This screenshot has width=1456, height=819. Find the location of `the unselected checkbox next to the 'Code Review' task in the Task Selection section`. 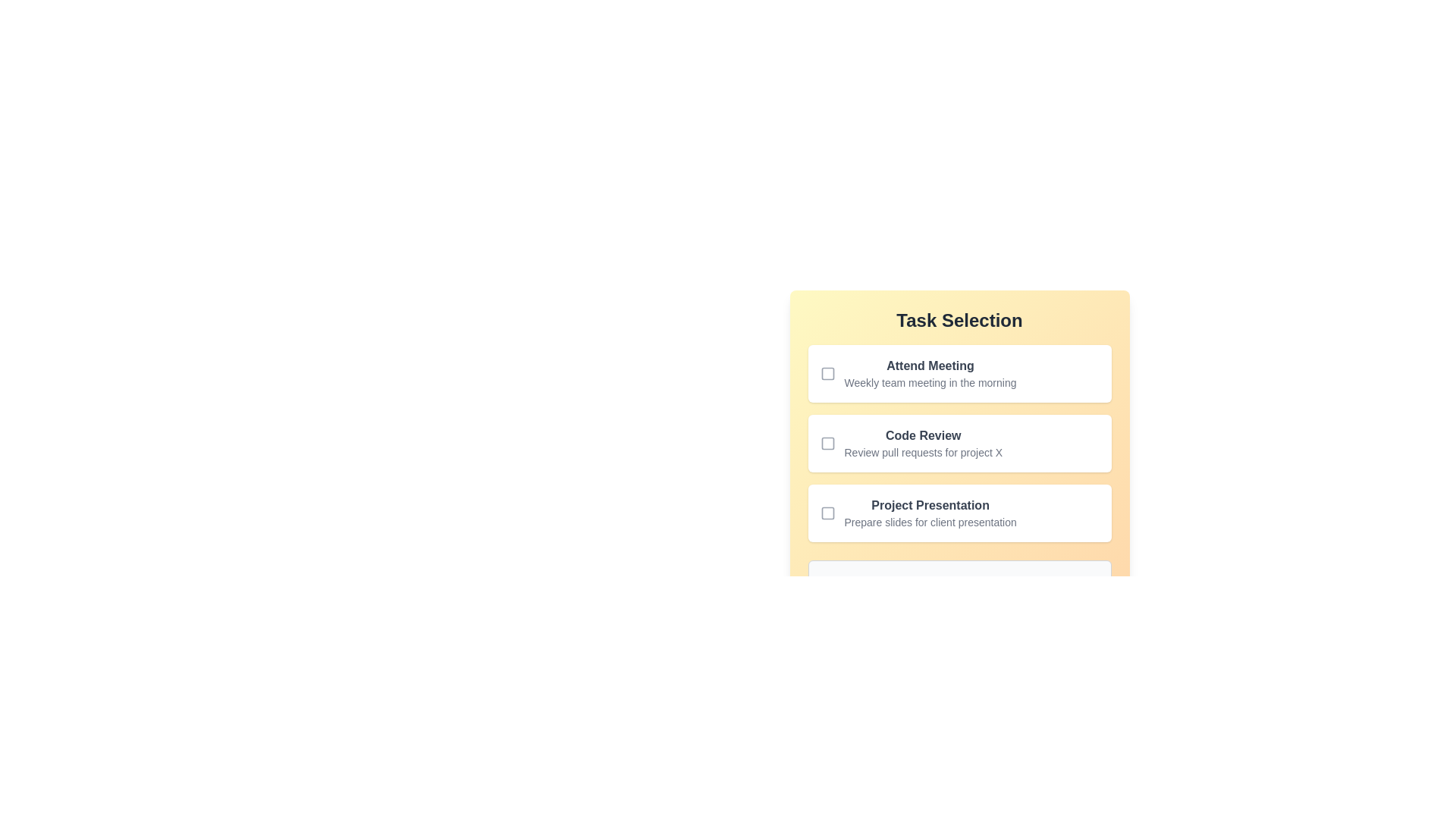

the unselected checkbox next to the 'Code Review' task in the Task Selection section is located at coordinates (959, 444).